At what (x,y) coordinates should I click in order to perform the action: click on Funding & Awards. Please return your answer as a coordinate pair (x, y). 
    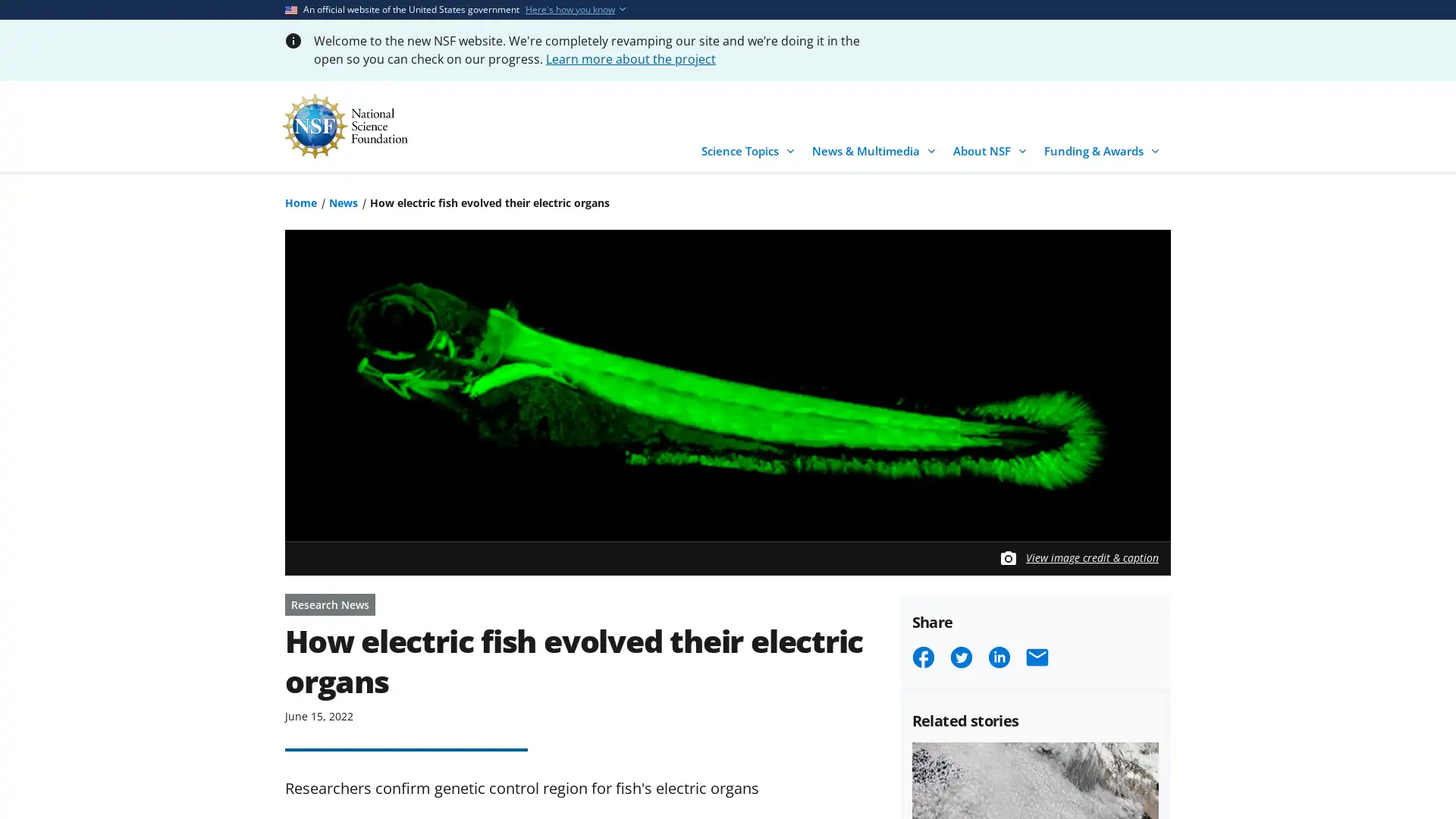
    Looking at the image, I should click on (1104, 146).